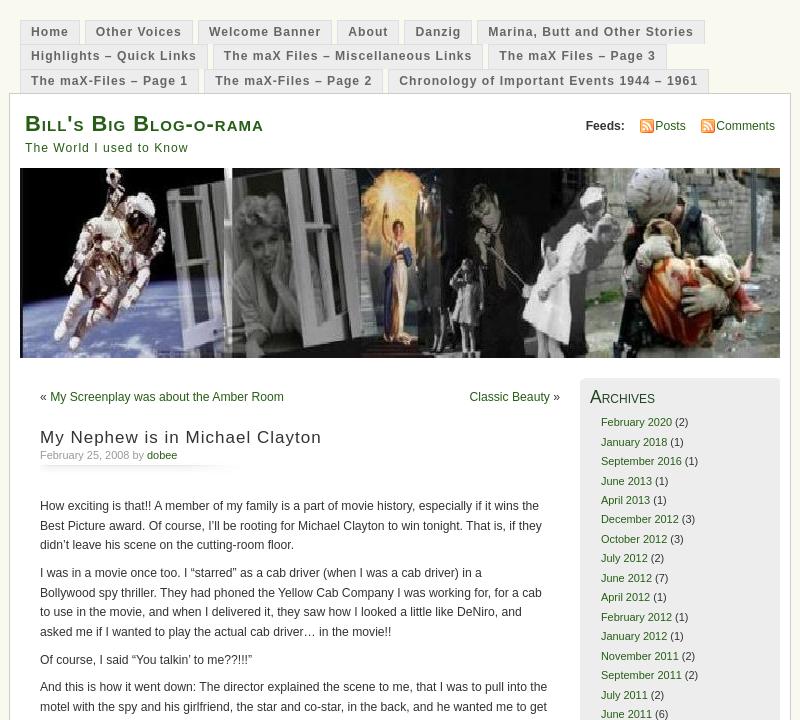 The image size is (800, 720). I want to click on 'February 25, 2008 by', so click(93, 454).